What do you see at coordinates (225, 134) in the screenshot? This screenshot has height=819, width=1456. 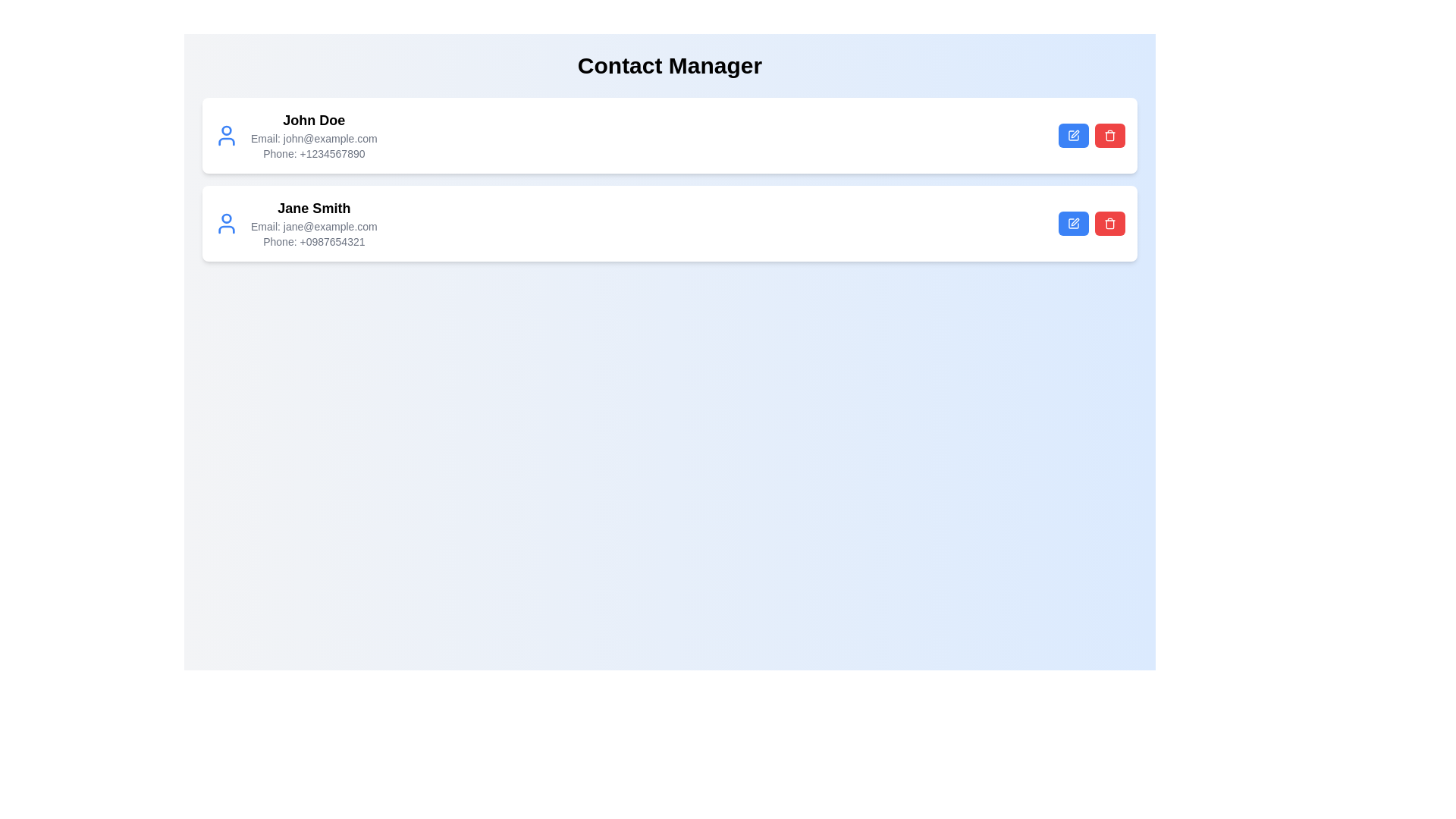 I see `the circular blue user profile icon located to the left of the user information section for 'John Doe'` at bounding box center [225, 134].